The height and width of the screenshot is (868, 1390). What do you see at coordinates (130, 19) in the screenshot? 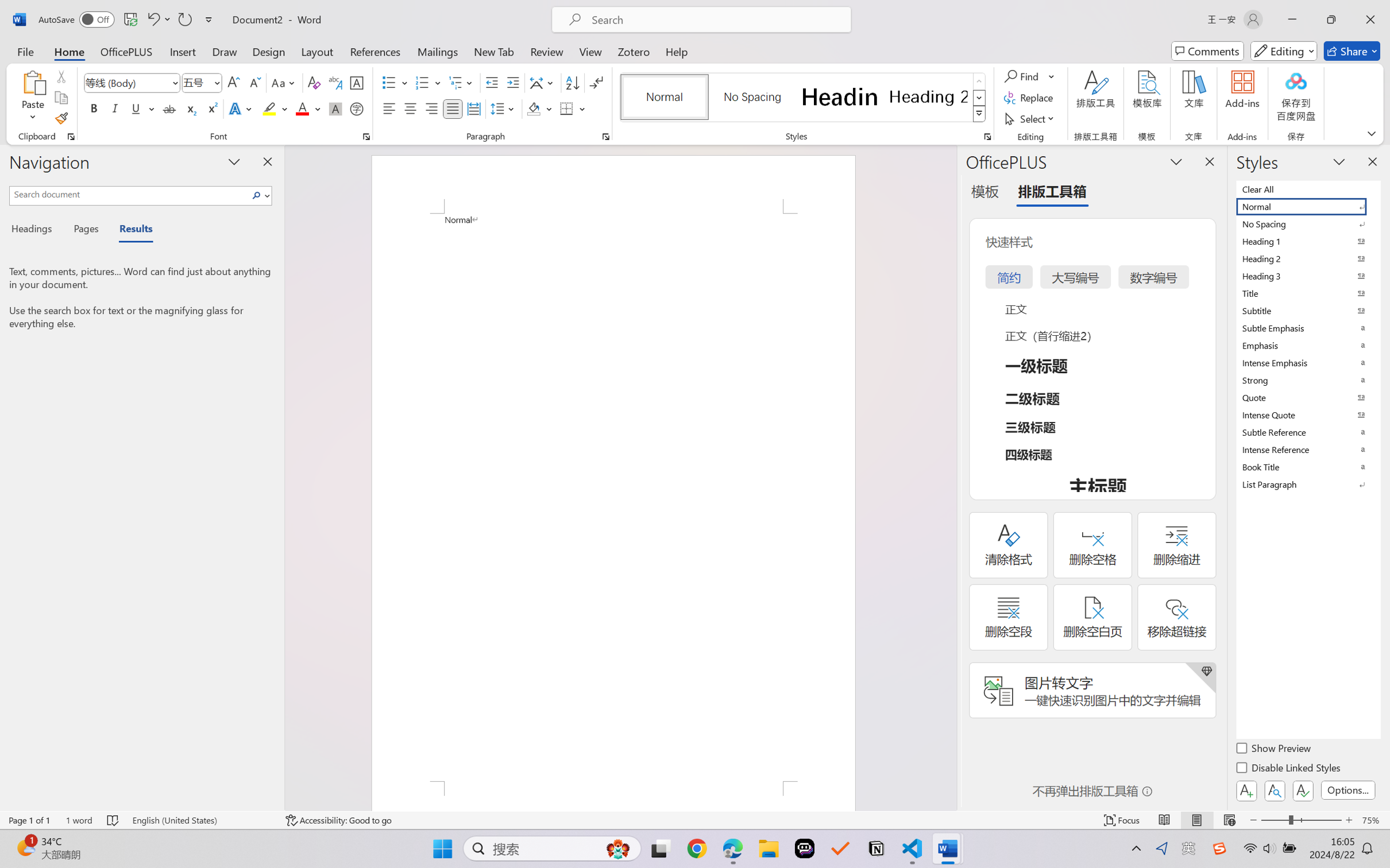
I see `'Save'` at bounding box center [130, 19].